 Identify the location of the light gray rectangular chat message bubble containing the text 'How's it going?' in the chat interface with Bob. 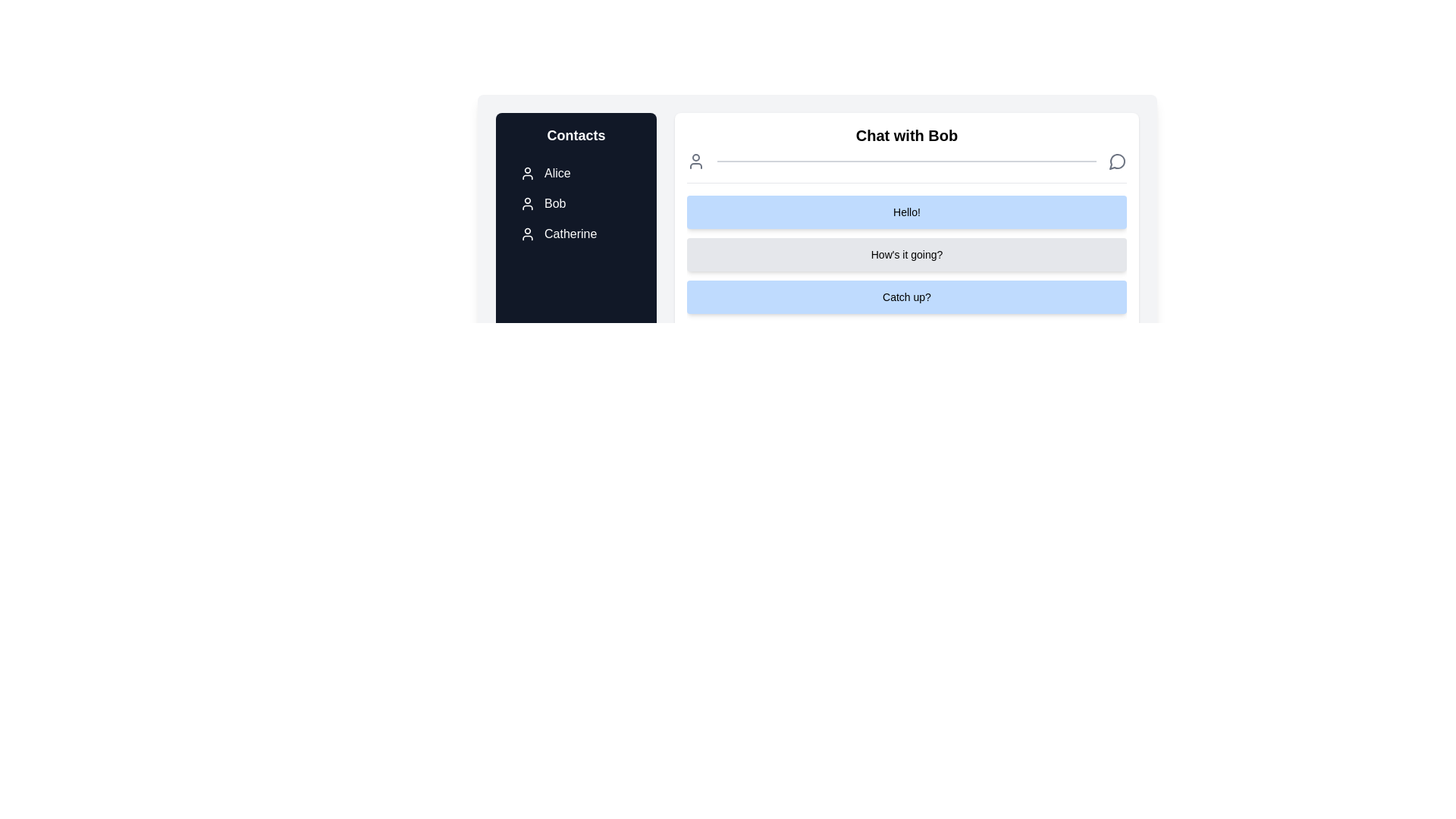
(906, 268).